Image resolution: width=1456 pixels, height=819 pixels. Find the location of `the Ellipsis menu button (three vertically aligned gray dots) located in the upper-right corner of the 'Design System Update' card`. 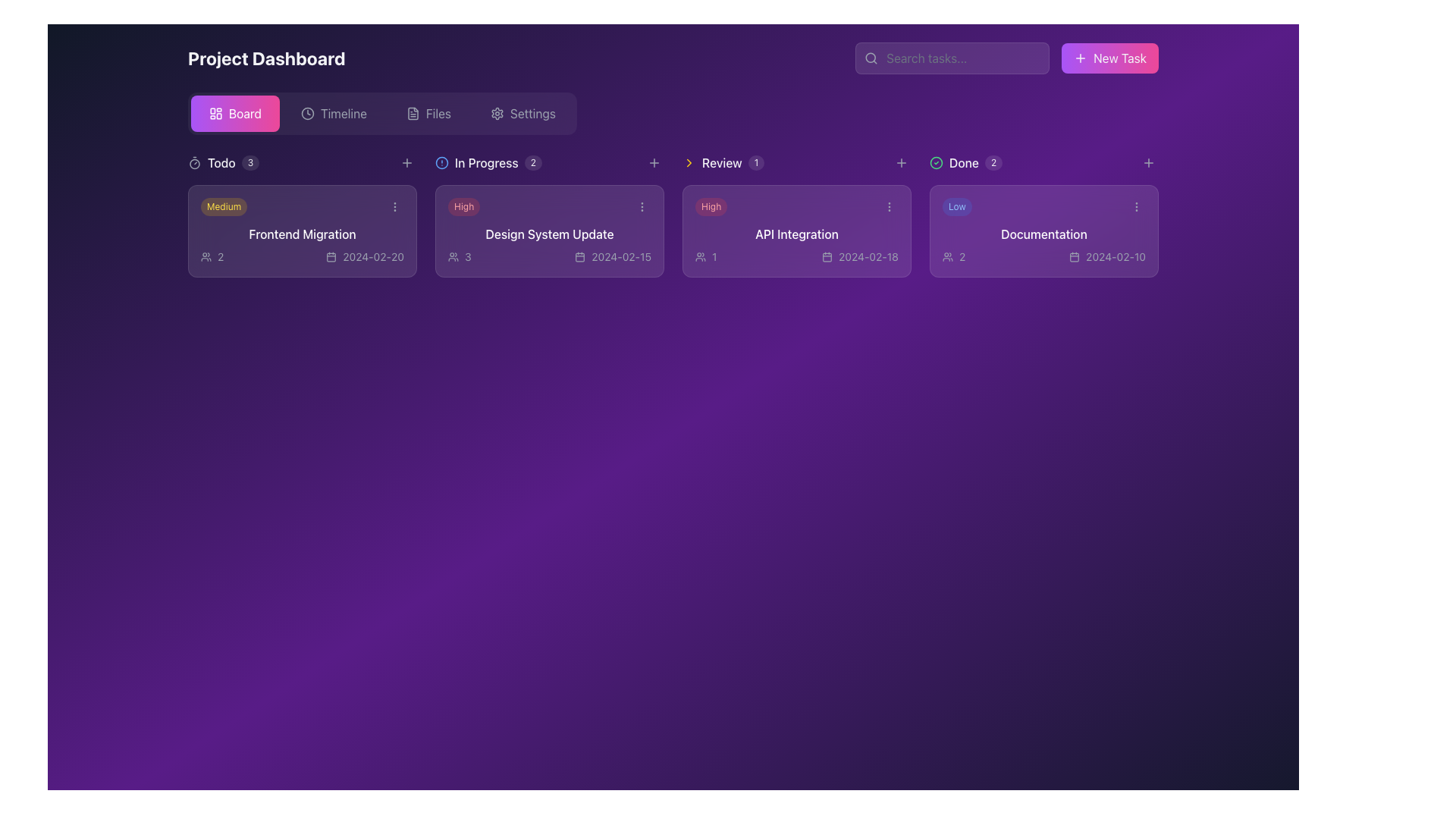

the Ellipsis menu button (three vertically aligned gray dots) located in the upper-right corner of the 'Design System Update' card is located at coordinates (642, 207).